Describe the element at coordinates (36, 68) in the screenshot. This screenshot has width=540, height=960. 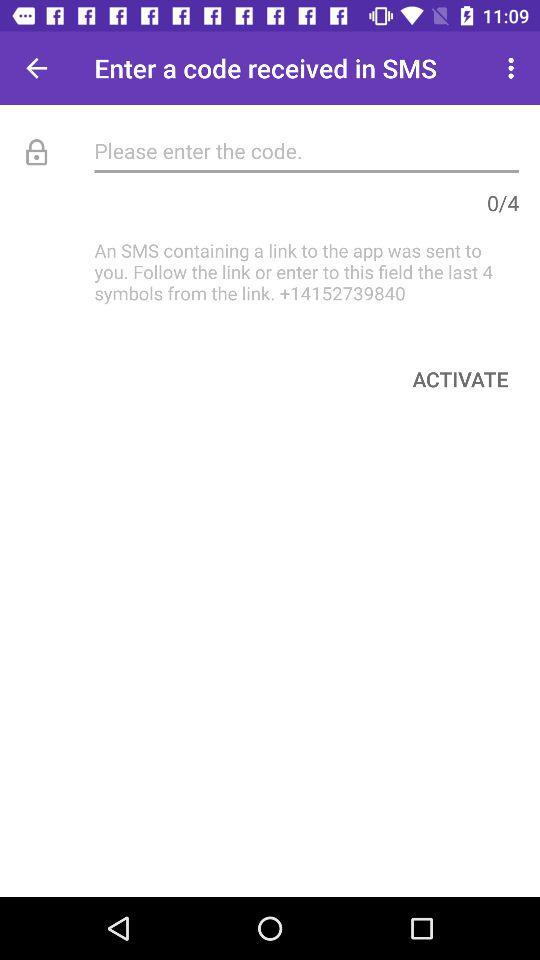
I see `go back` at that location.